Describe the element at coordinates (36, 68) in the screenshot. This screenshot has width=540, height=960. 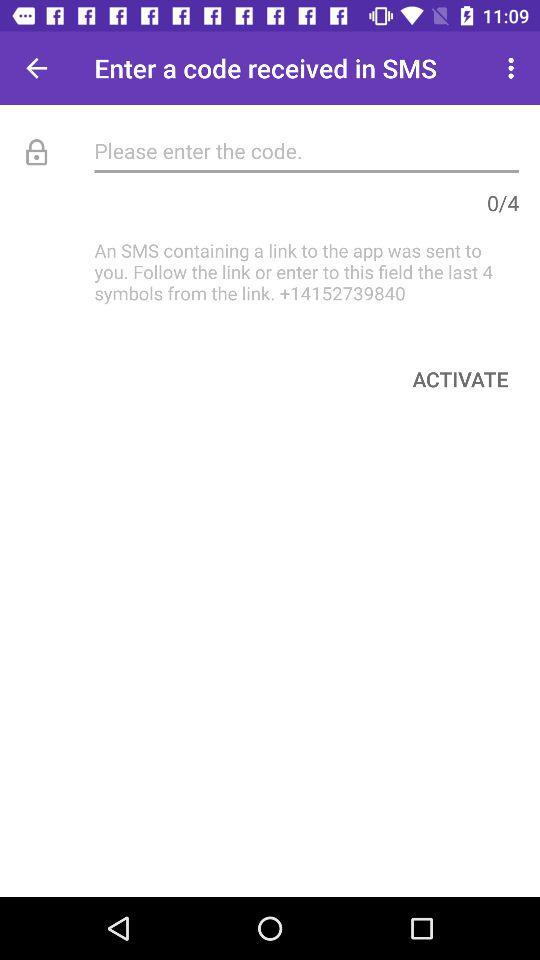
I see `go back` at that location.